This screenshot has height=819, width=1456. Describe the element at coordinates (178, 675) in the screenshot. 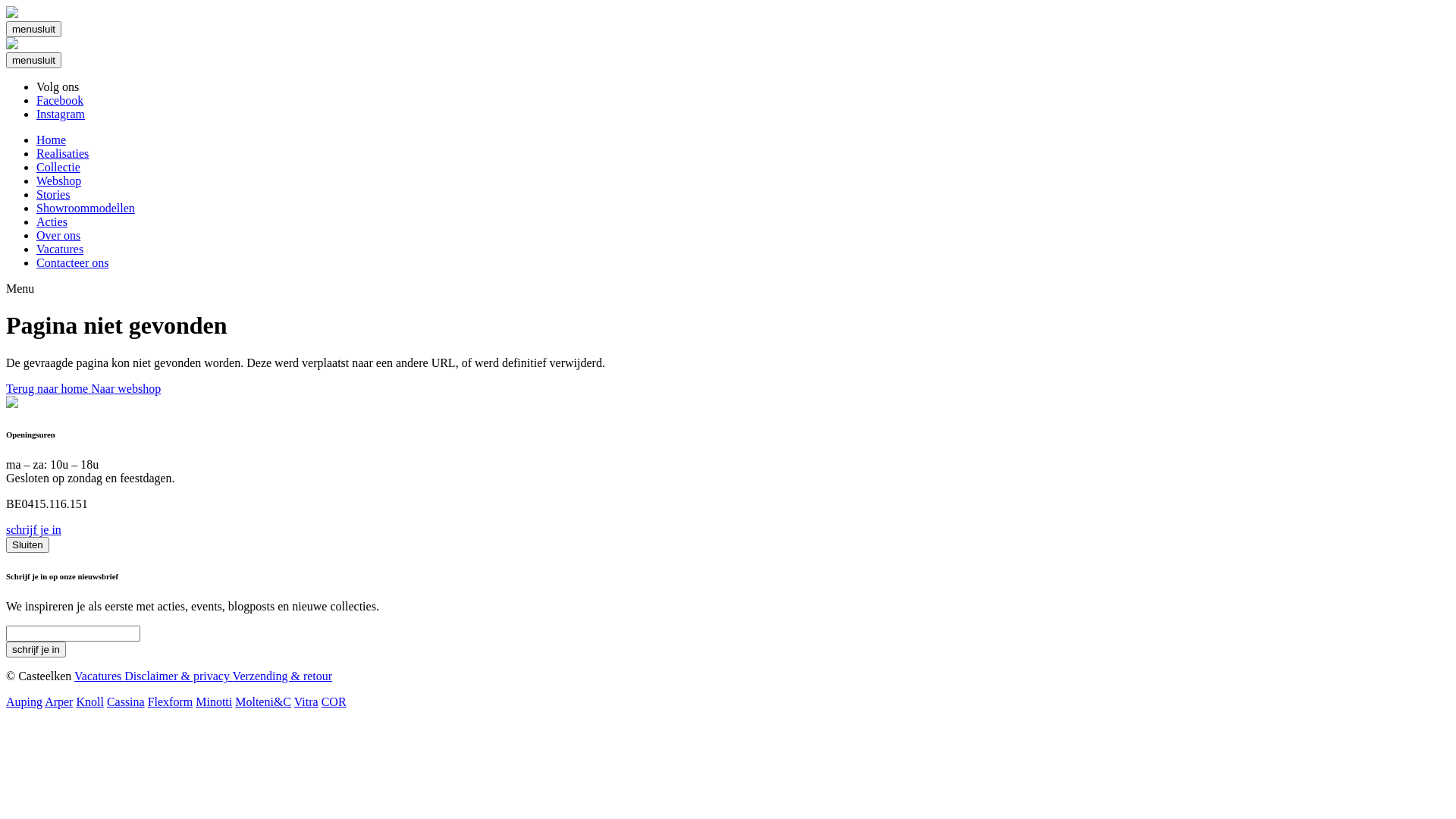

I see `'Disclaimer & privacy'` at that location.